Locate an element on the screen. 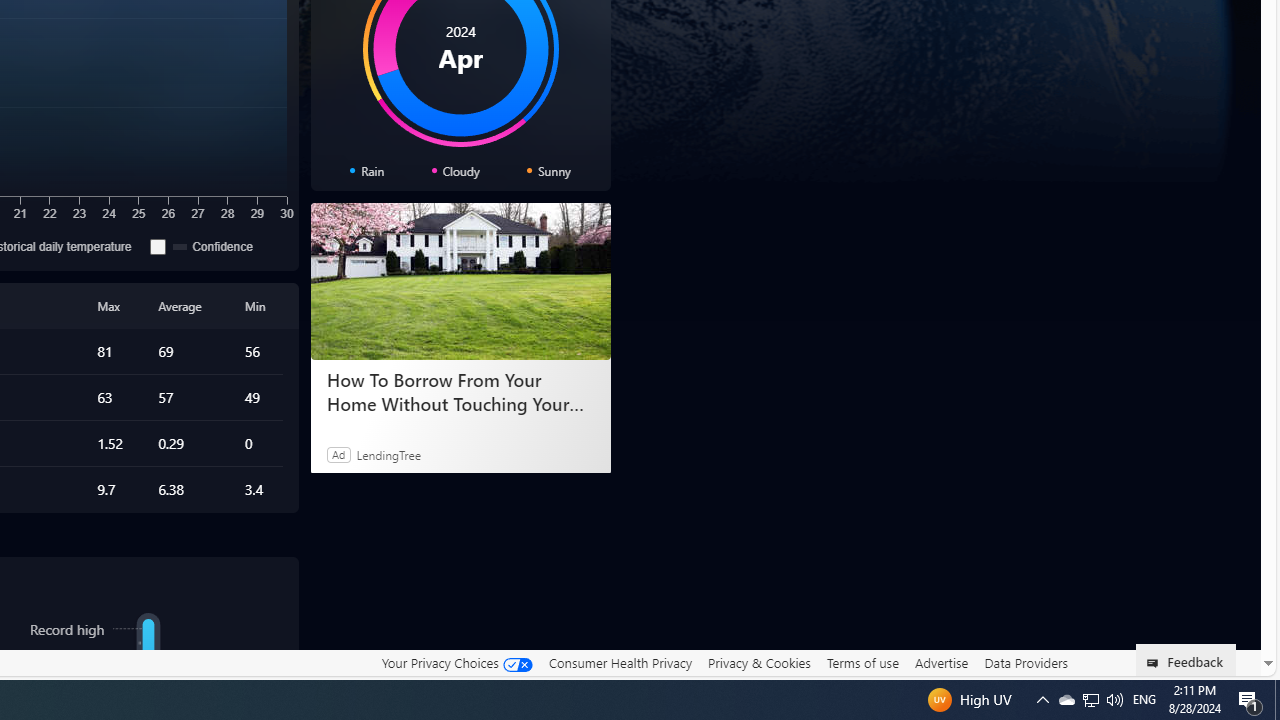 This screenshot has width=1280, height=720. 'Confidence' is located at coordinates (214, 245).